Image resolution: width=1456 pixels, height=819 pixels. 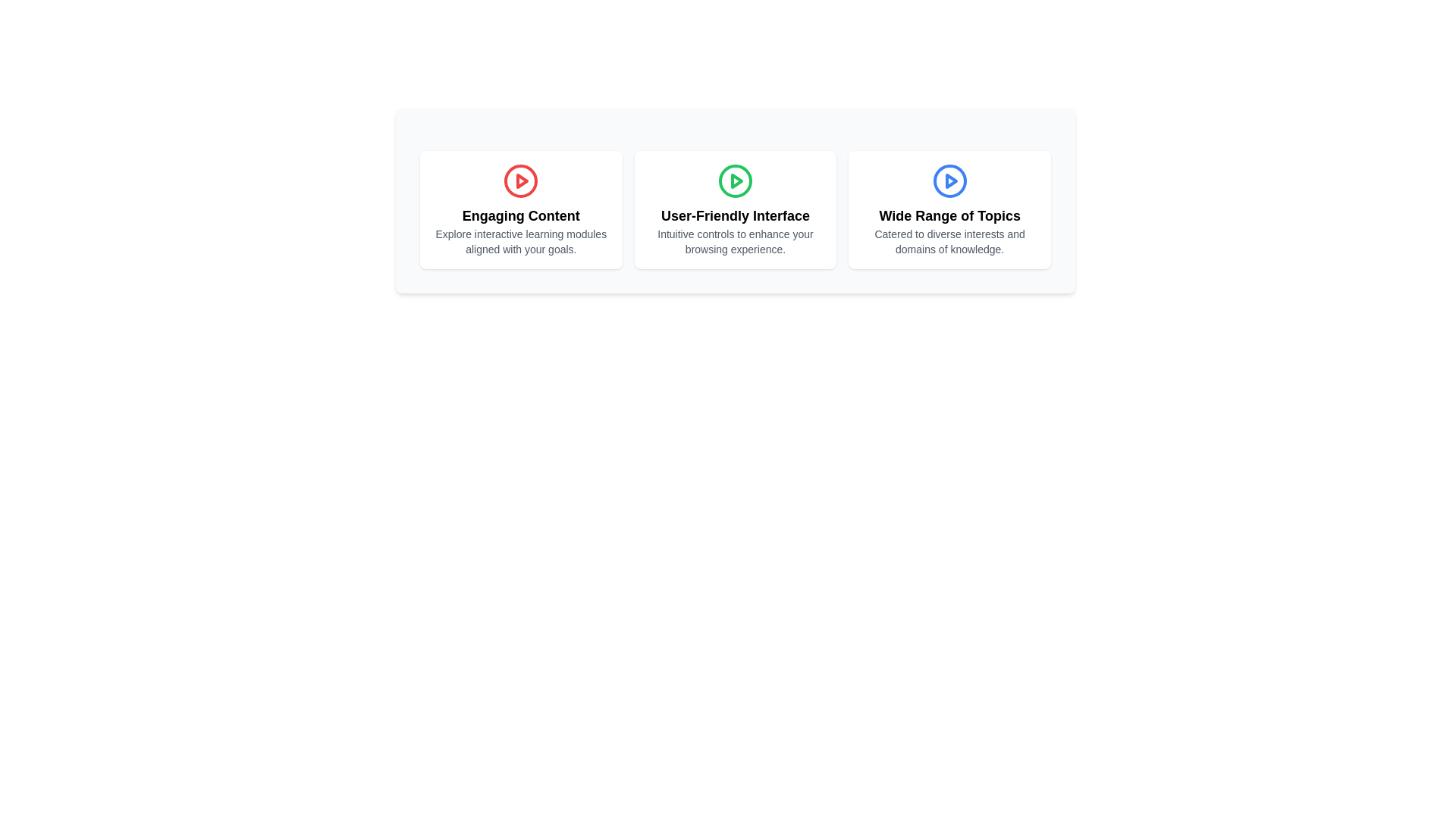 I want to click on the Circle graphic that symbolizes an action like playing content, located within the 'Engaging Content' card, so click(x=521, y=180).